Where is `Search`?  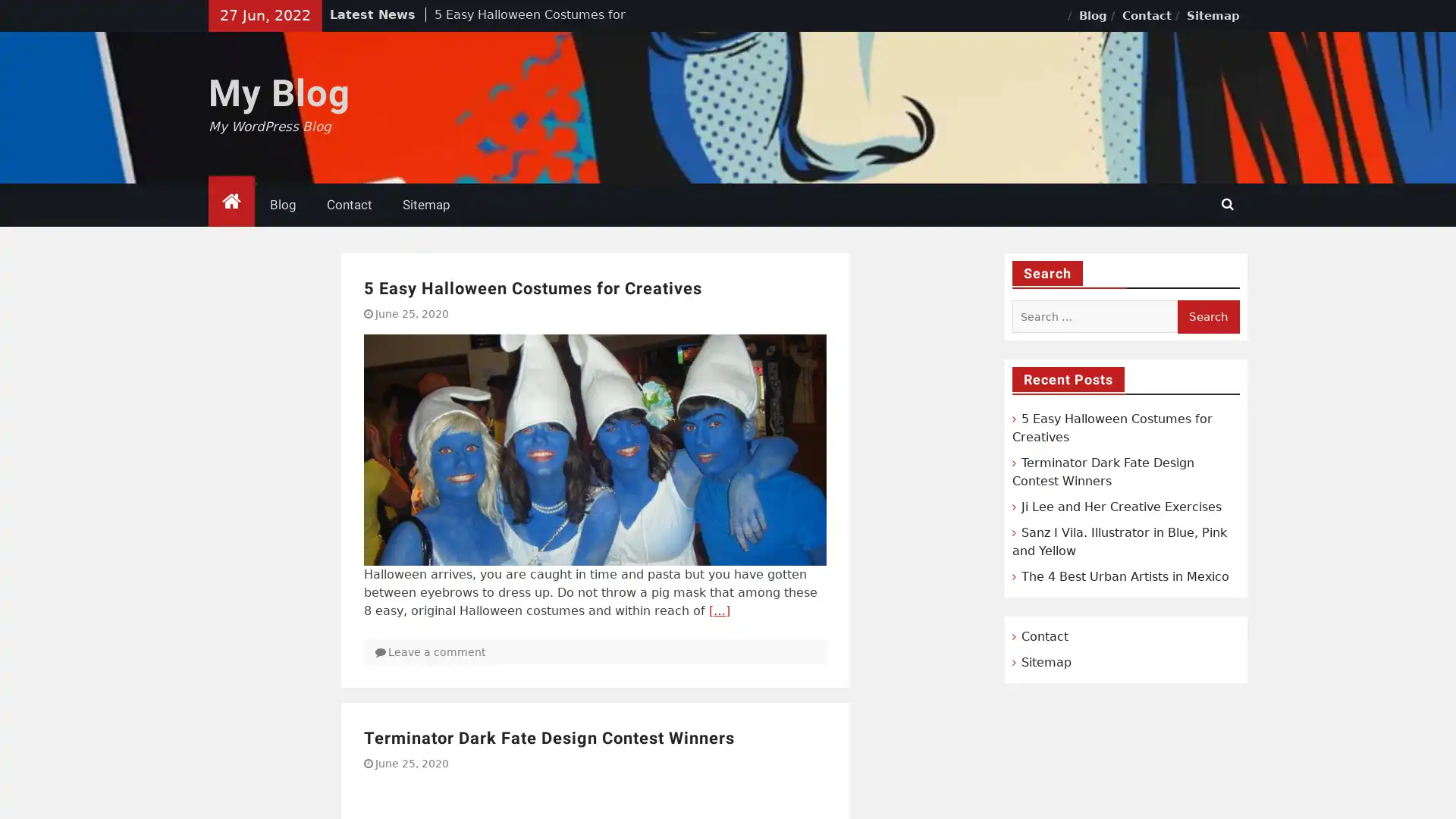 Search is located at coordinates (1207, 315).